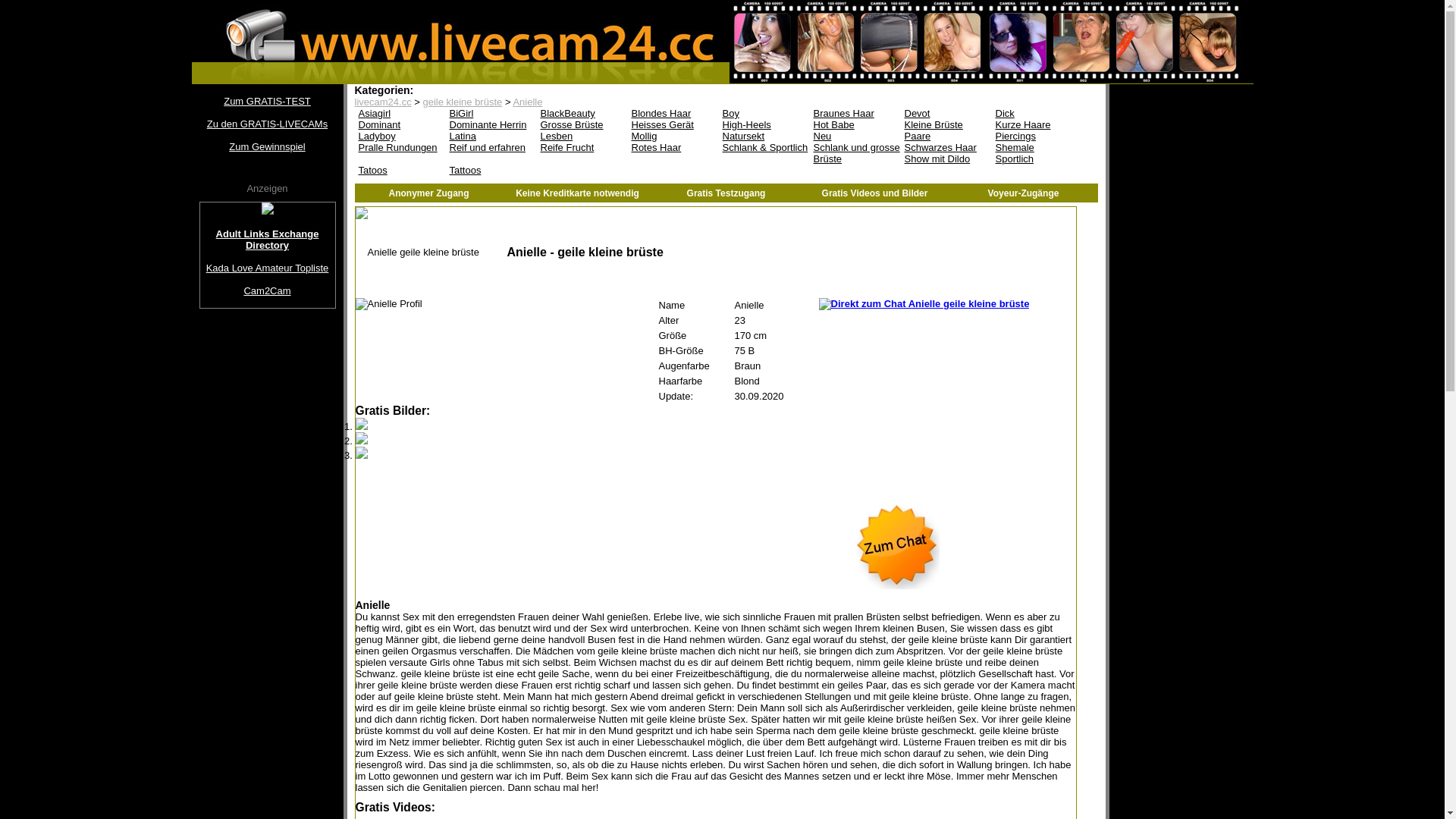  What do you see at coordinates (582, 135) in the screenshot?
I see `'Lesben'` at bounding box center [582, 135].